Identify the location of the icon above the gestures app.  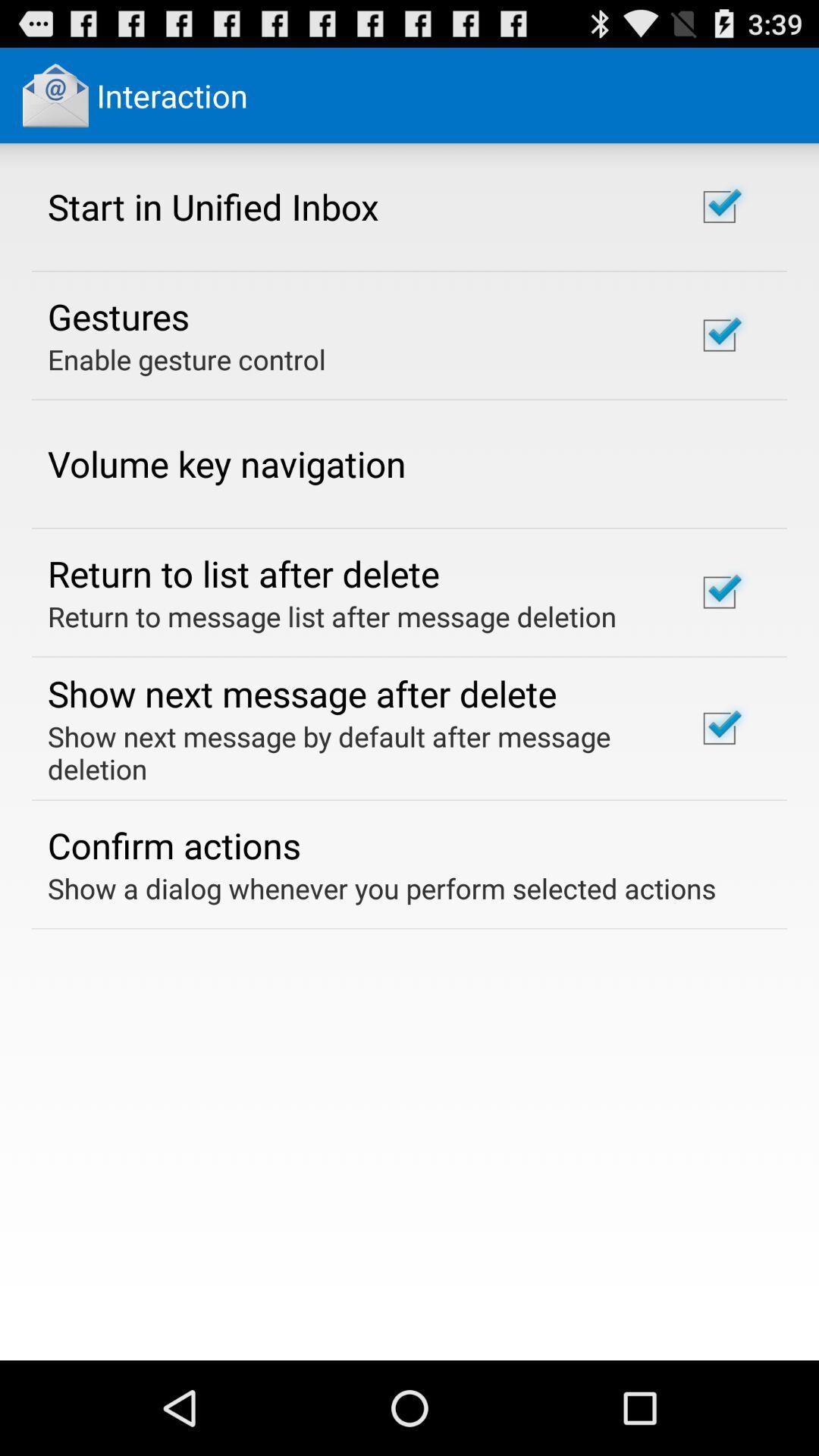
(213, 206).